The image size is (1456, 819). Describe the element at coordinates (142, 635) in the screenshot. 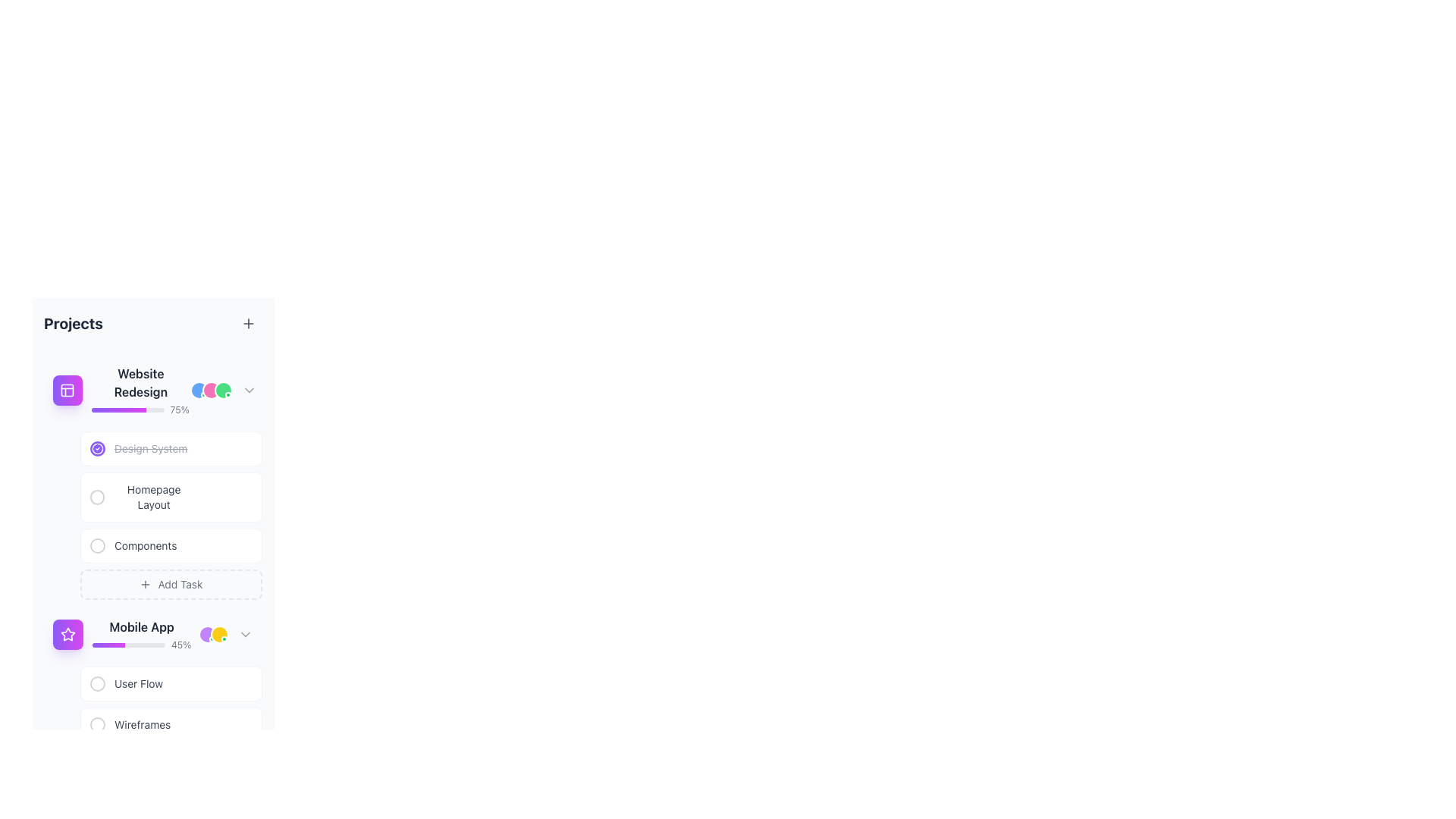

I see `the 'Mobile App' progress indicator located in the 'Projects' section` at that location.